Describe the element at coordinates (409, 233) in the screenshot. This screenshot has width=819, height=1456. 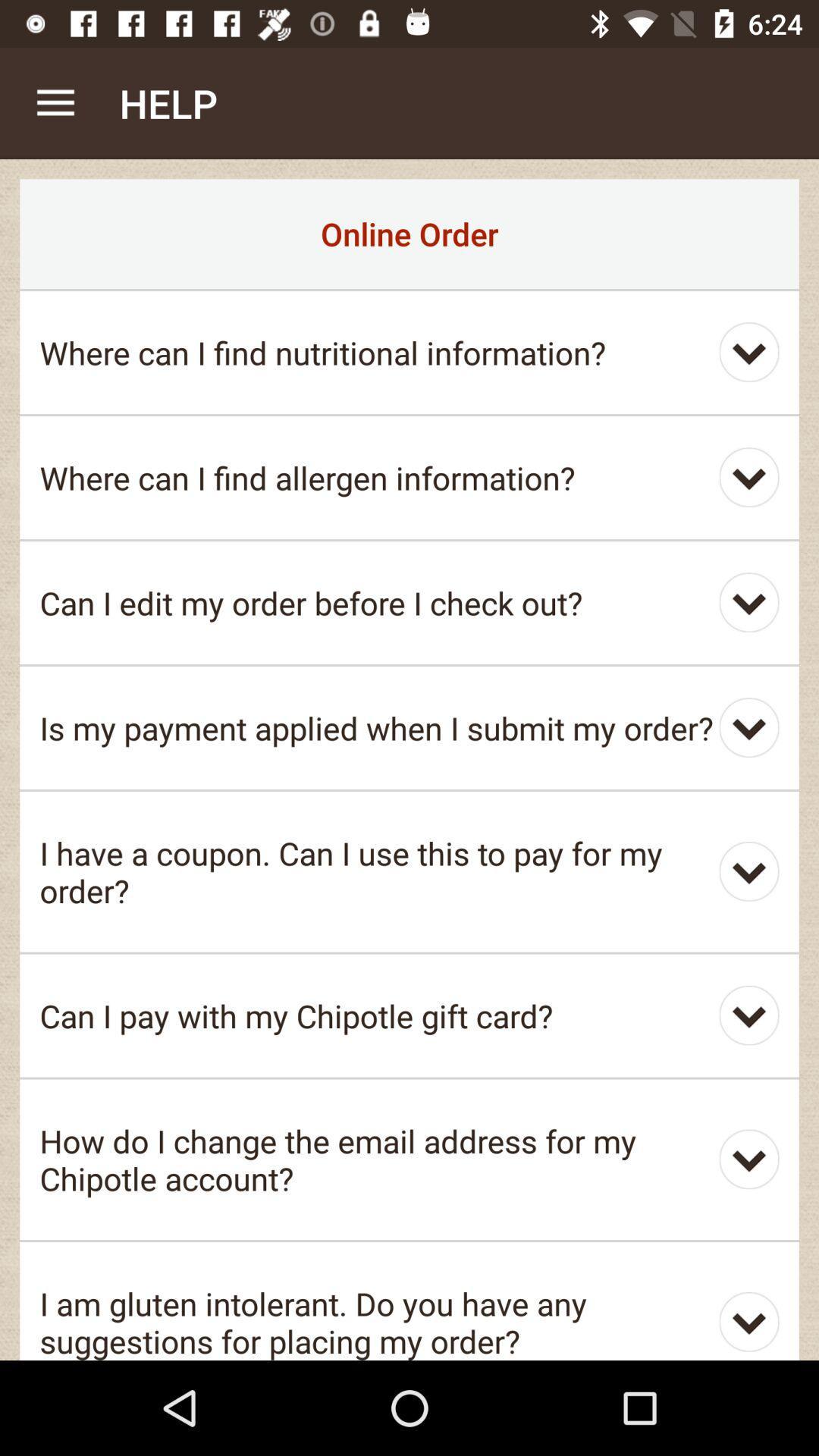
I see `the online order` at that location.